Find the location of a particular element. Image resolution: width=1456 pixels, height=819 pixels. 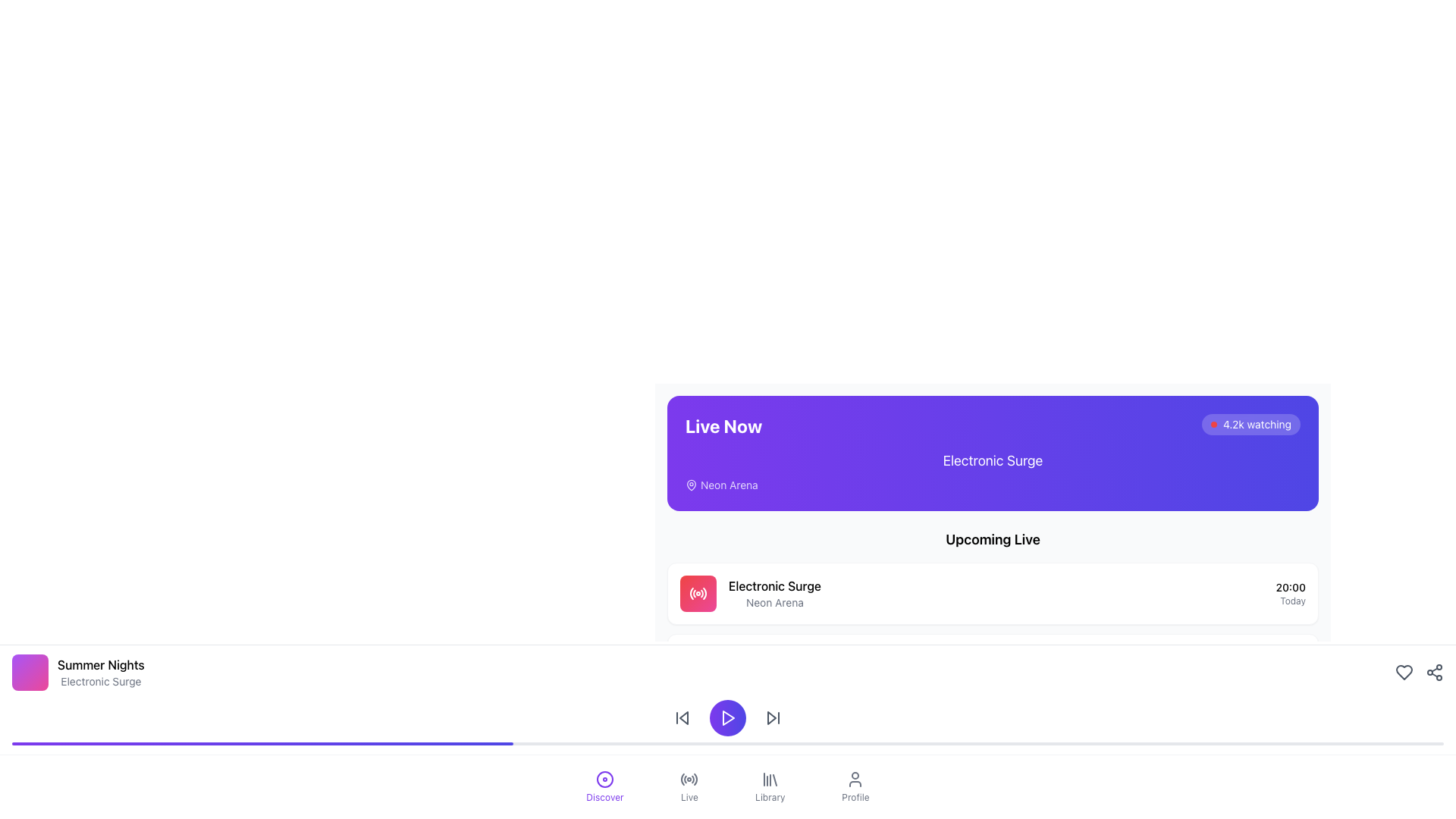

the 'like' or 'favorite' icon located in the bottom bar of the interface, which is positioned next to a sharing icon on its right is located at coordinates (1404, 672).